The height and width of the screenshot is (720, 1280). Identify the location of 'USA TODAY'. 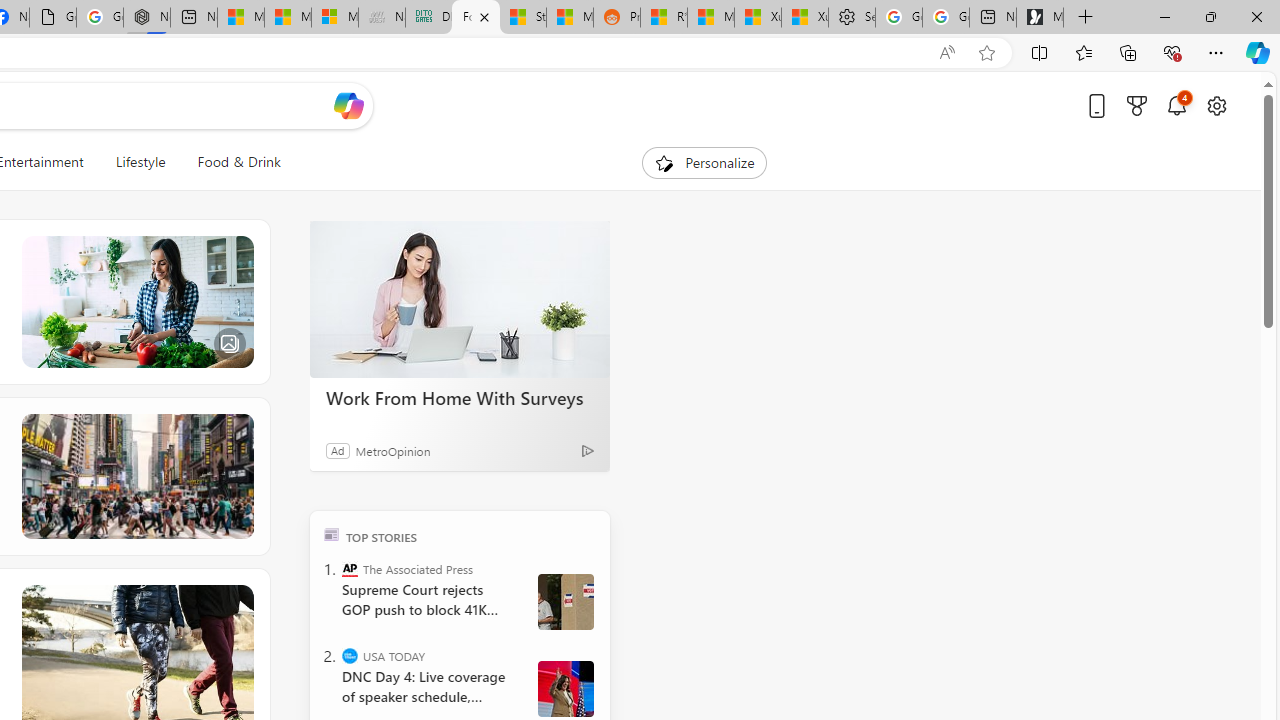
(350, 655).